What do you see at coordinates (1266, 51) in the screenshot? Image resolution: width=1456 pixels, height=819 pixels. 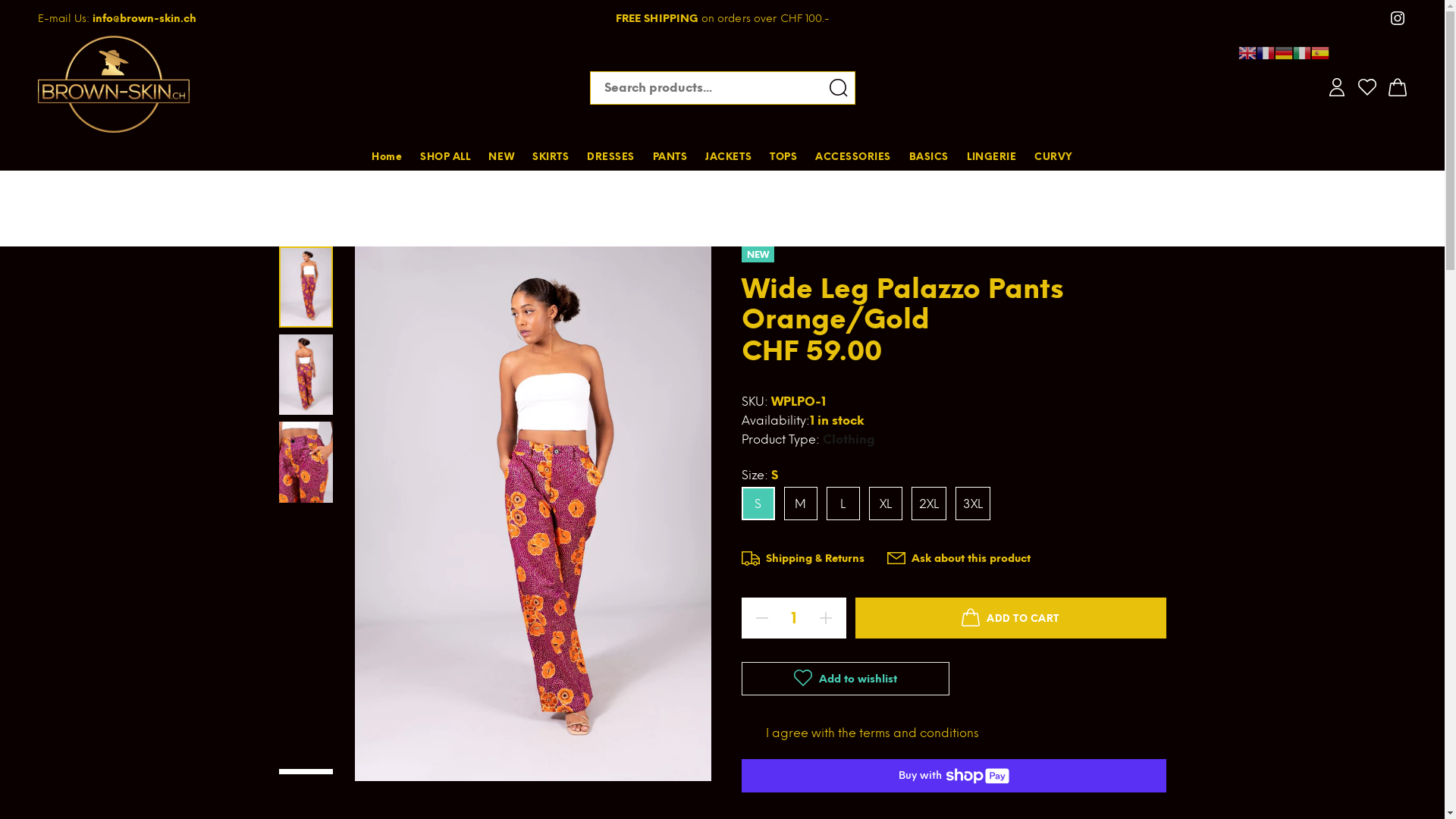 I see `'French'` at bounding box center [1266, 51].